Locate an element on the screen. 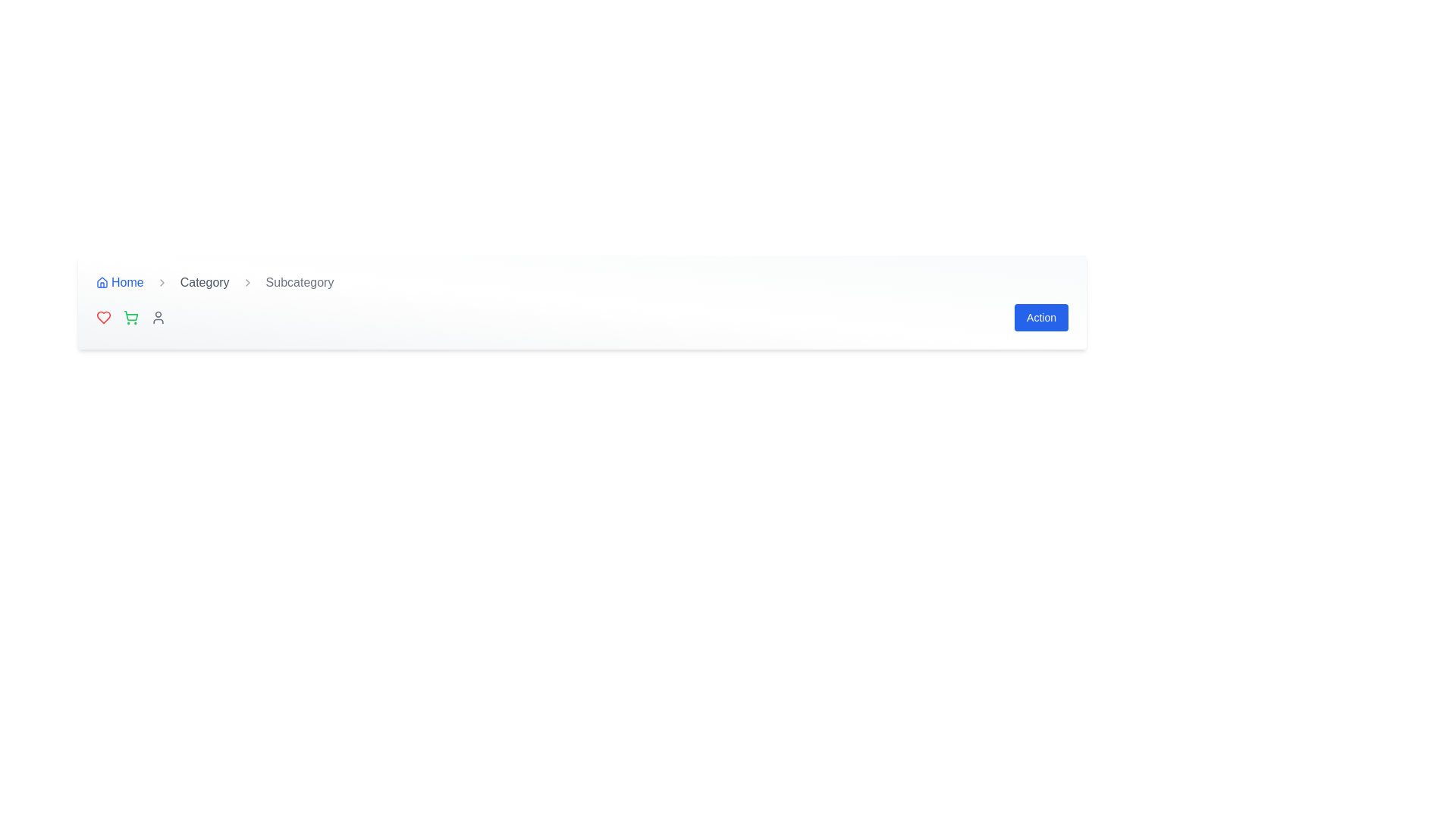 This screenshot has height=819, width=1456. the user-related functionalities icon, which is the third icon from the left in the bottom-right flexbox layout is located at coordinates (158, 317).